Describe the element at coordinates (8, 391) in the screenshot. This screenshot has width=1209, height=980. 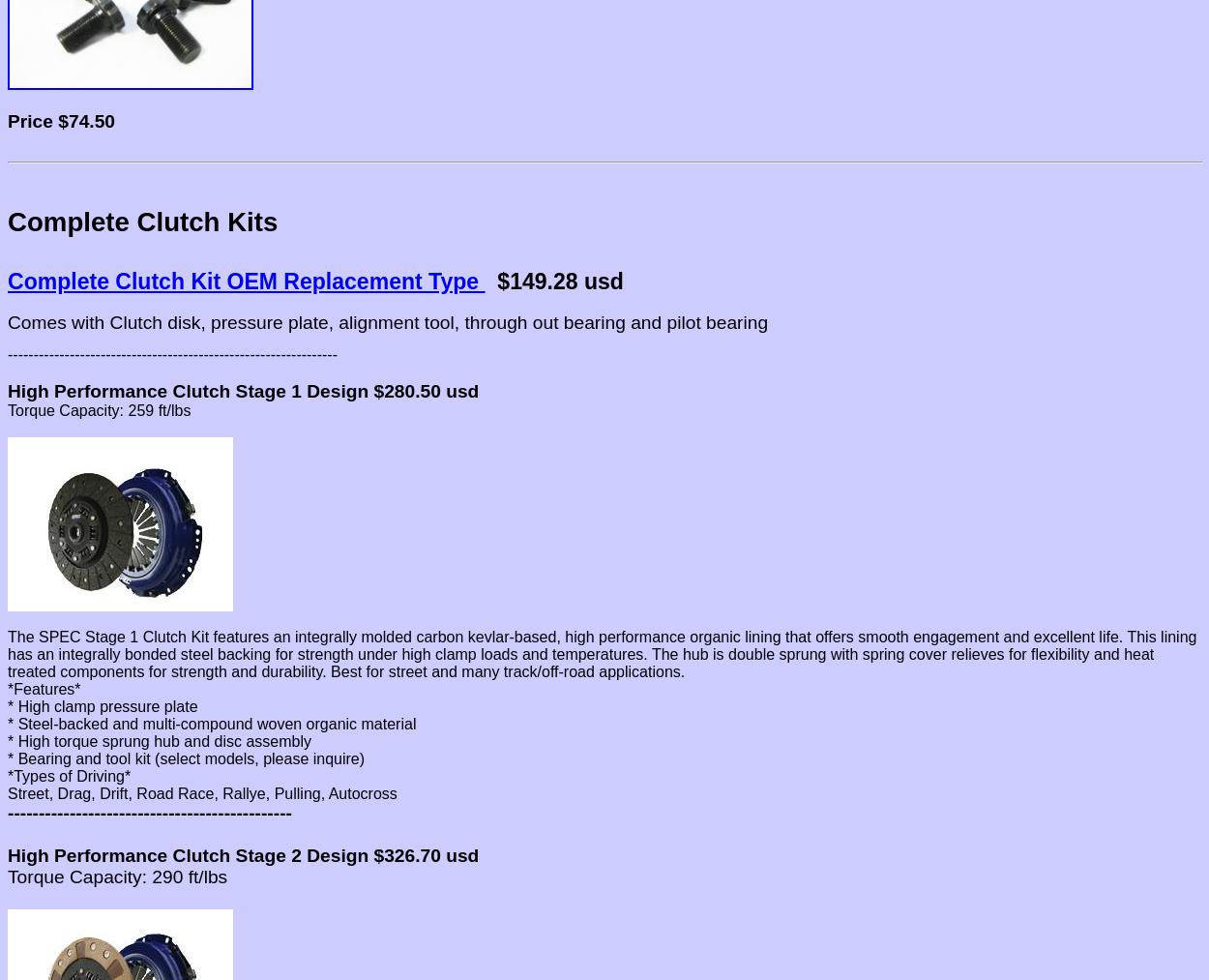
I see `'High Performance Clutch Stage 1 Design $280.50 usd'` at that location.